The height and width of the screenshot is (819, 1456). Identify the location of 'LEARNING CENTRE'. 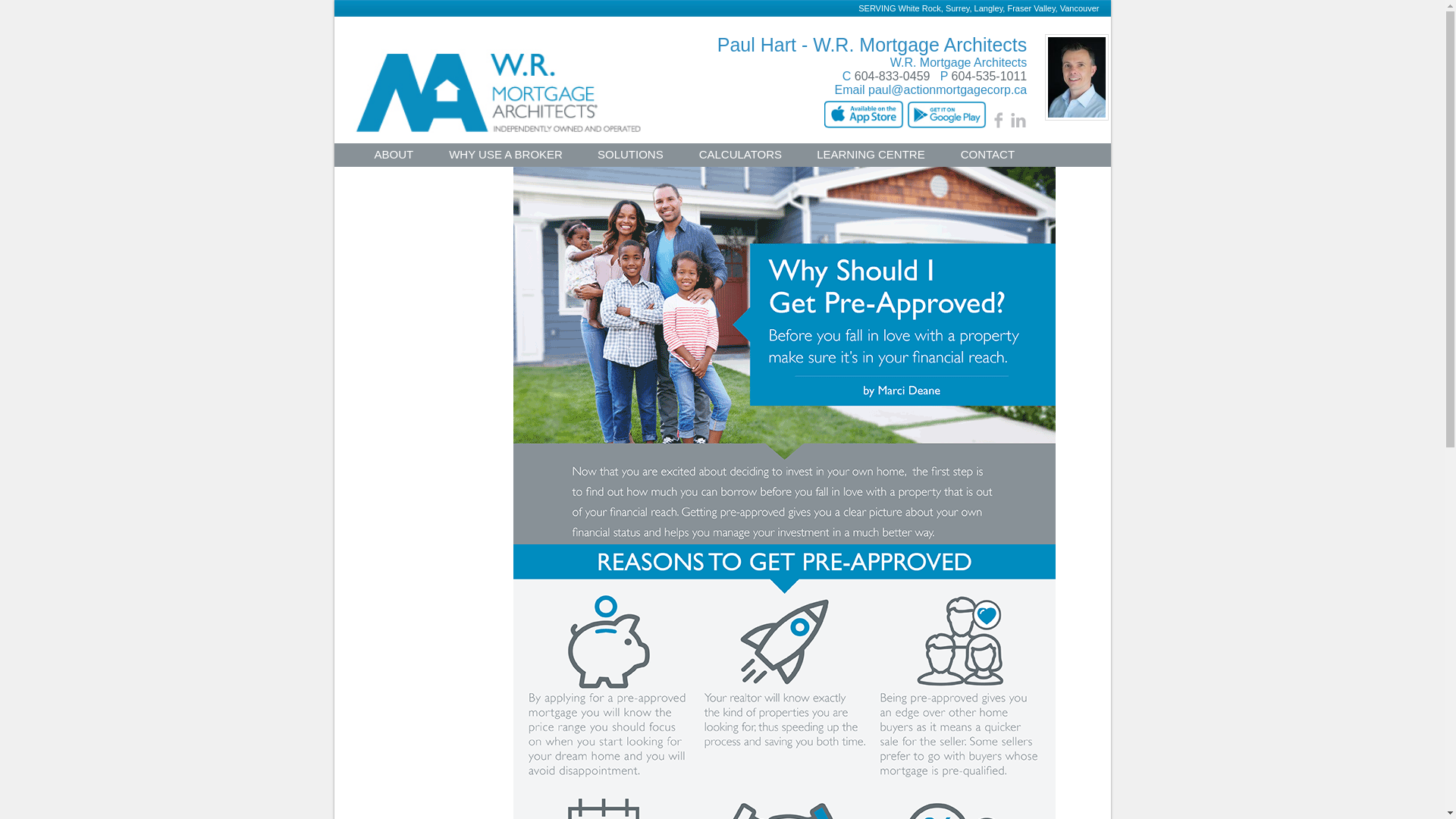
(871, 157).